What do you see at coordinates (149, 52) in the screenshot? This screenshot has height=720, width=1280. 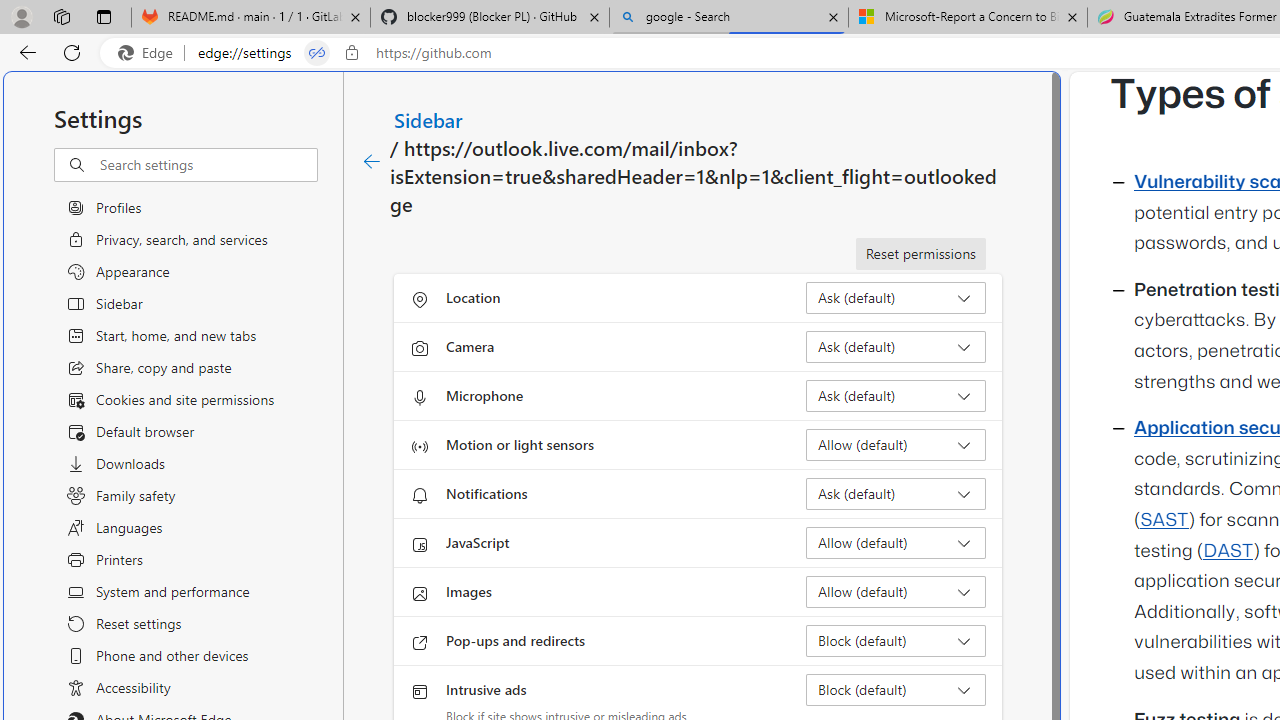 I see `'Edge'` at bounding box center [149, 52].